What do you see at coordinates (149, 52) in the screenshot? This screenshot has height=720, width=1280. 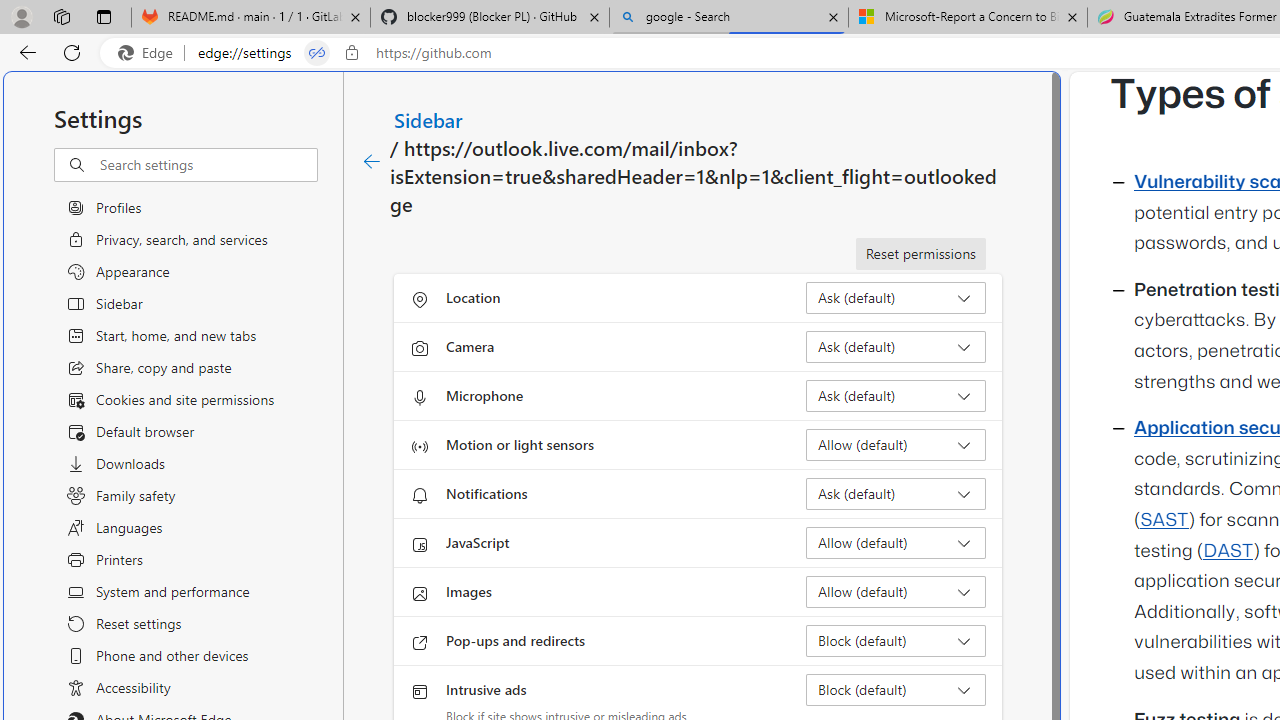 I see `'Edge'` at bounding box center [149, 52].